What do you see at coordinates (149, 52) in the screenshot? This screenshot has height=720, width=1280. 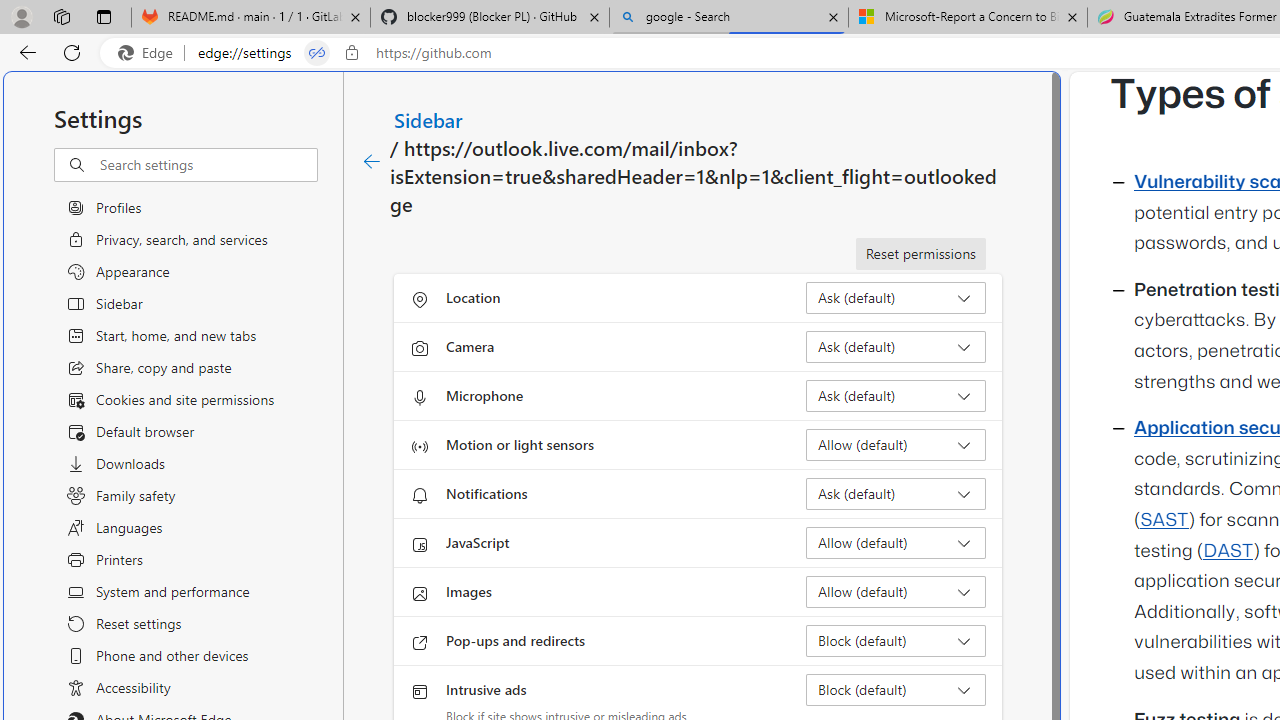 I see `'Edge'` at bounding box center [149, 52].